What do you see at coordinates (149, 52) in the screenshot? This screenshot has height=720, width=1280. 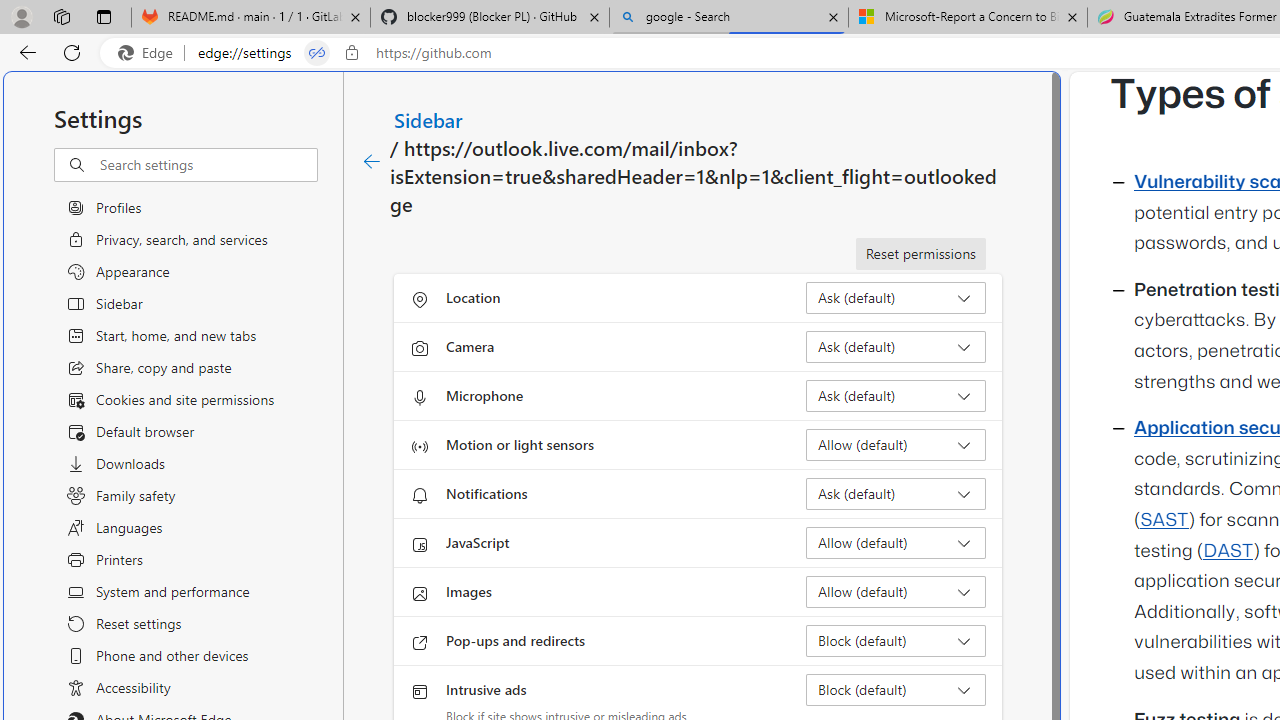 I see `'Edge'` at bounding box center [149, 52].